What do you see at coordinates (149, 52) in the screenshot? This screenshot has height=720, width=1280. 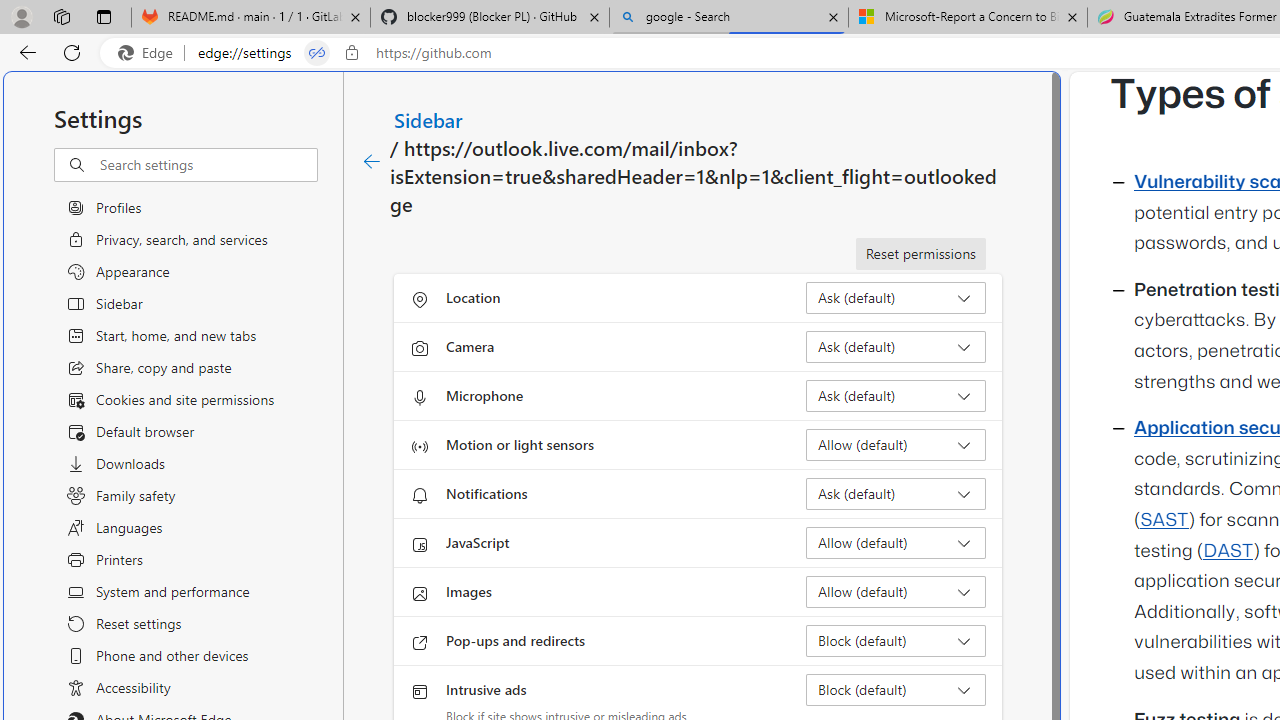 I see `'Edge'` at bounding box center [149, 52].